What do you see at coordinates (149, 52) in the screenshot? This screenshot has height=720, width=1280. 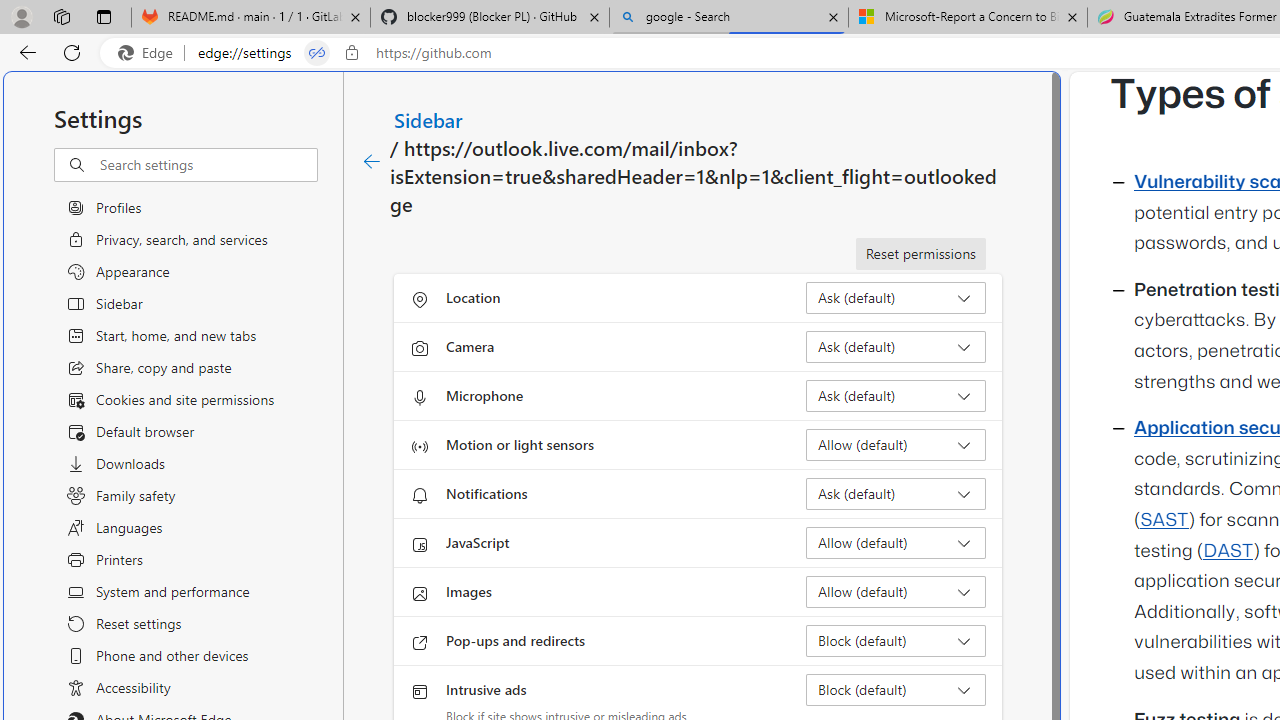 I see `'Edge'` at bounding box center [149, 52].